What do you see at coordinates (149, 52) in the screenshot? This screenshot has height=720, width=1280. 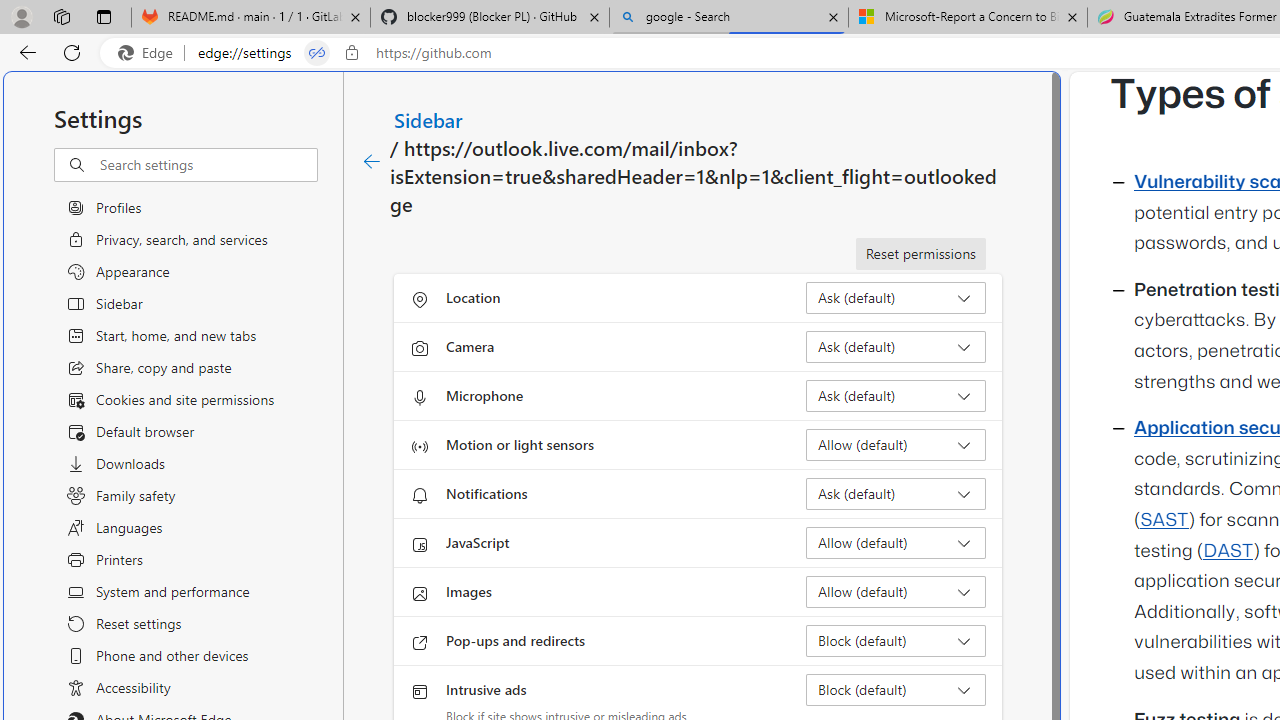 I see `'Edge'` at bounding box center [149, 52].